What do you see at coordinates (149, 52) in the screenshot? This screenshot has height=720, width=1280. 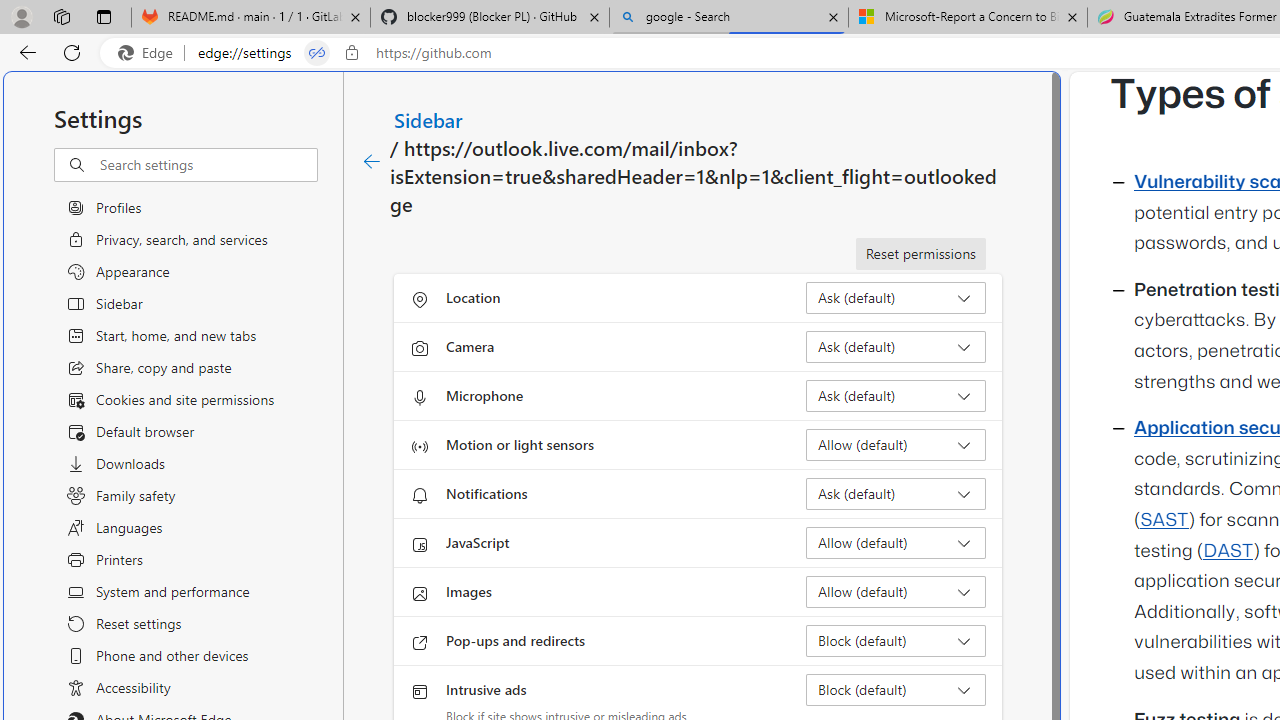 I see `'Edge'` at bounding box center [149, 52].